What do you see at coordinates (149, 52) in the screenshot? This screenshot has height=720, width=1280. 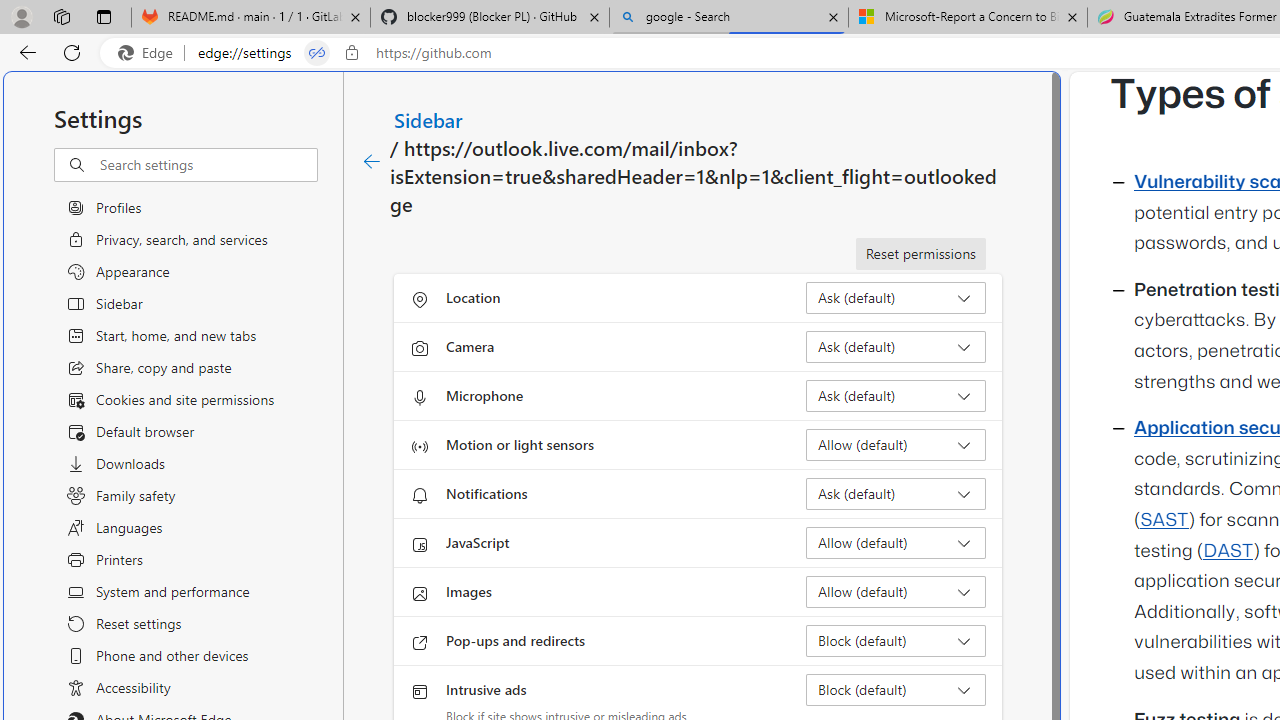 I see `'Edge'` at bounding box center [149, 52].